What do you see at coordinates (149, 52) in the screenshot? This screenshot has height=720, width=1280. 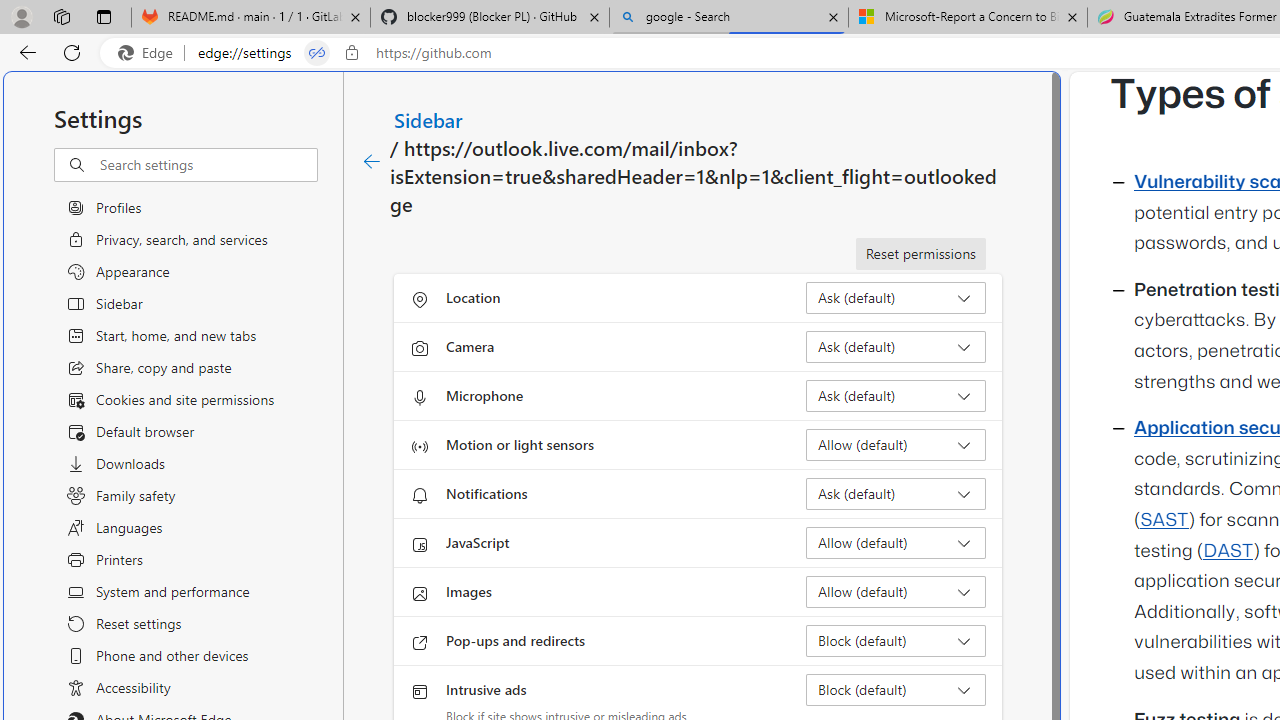 I see `'Edge'` at bounding box center [149, 52].